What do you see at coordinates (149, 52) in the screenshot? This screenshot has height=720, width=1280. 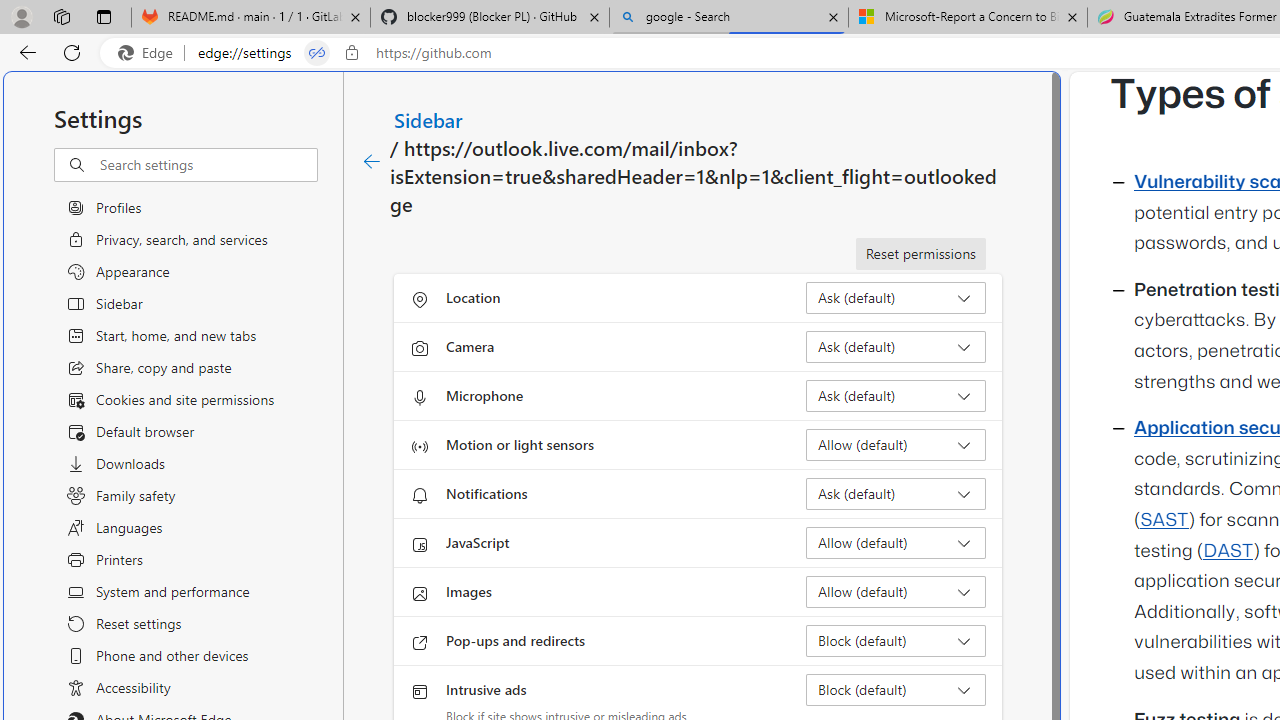 I see `'Edge'` at bounding box center [149, 52].